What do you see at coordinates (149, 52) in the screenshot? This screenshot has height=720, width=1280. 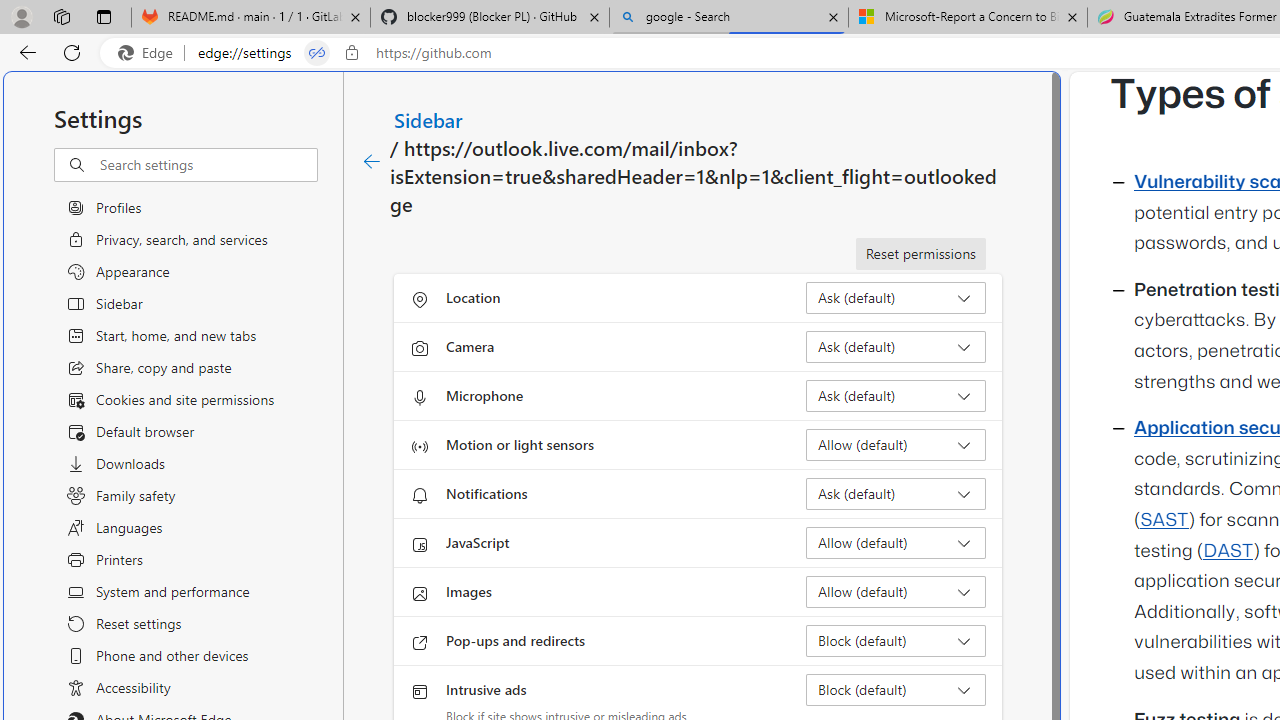 I see `'Edge'` at bounding box center [149, 52].